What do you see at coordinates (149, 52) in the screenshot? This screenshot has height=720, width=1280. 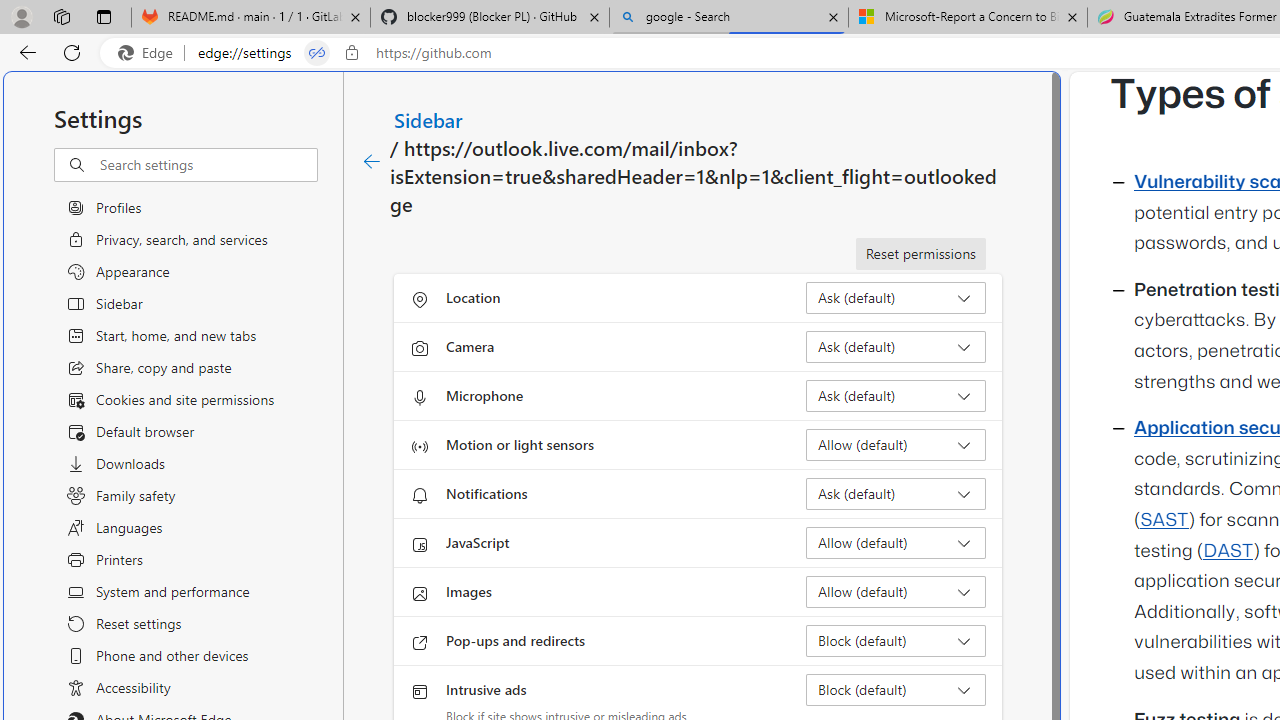 I see `'Edge'` at bounding box center [149, 52].